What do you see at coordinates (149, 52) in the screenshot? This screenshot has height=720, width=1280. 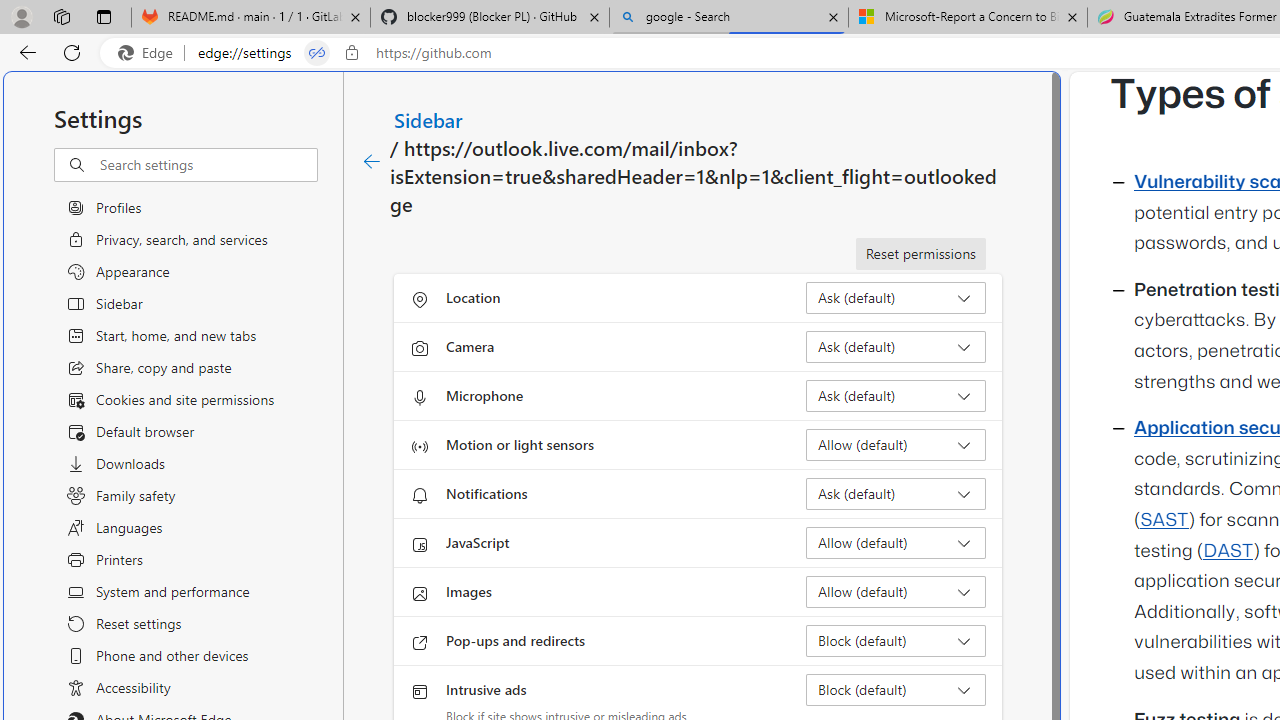 I see `'Edge'` at bounding box center [149, 52].